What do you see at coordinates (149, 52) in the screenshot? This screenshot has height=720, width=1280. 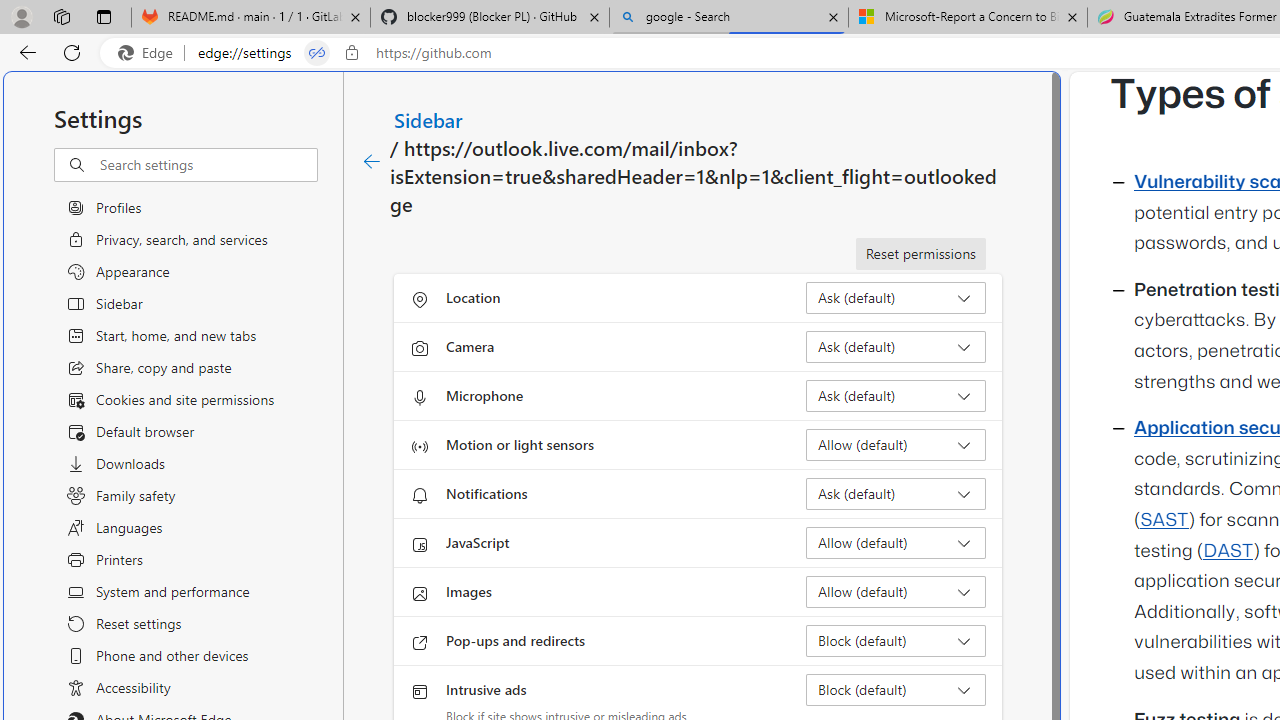 I see `'Edge'` at bounding box center [149, 52].